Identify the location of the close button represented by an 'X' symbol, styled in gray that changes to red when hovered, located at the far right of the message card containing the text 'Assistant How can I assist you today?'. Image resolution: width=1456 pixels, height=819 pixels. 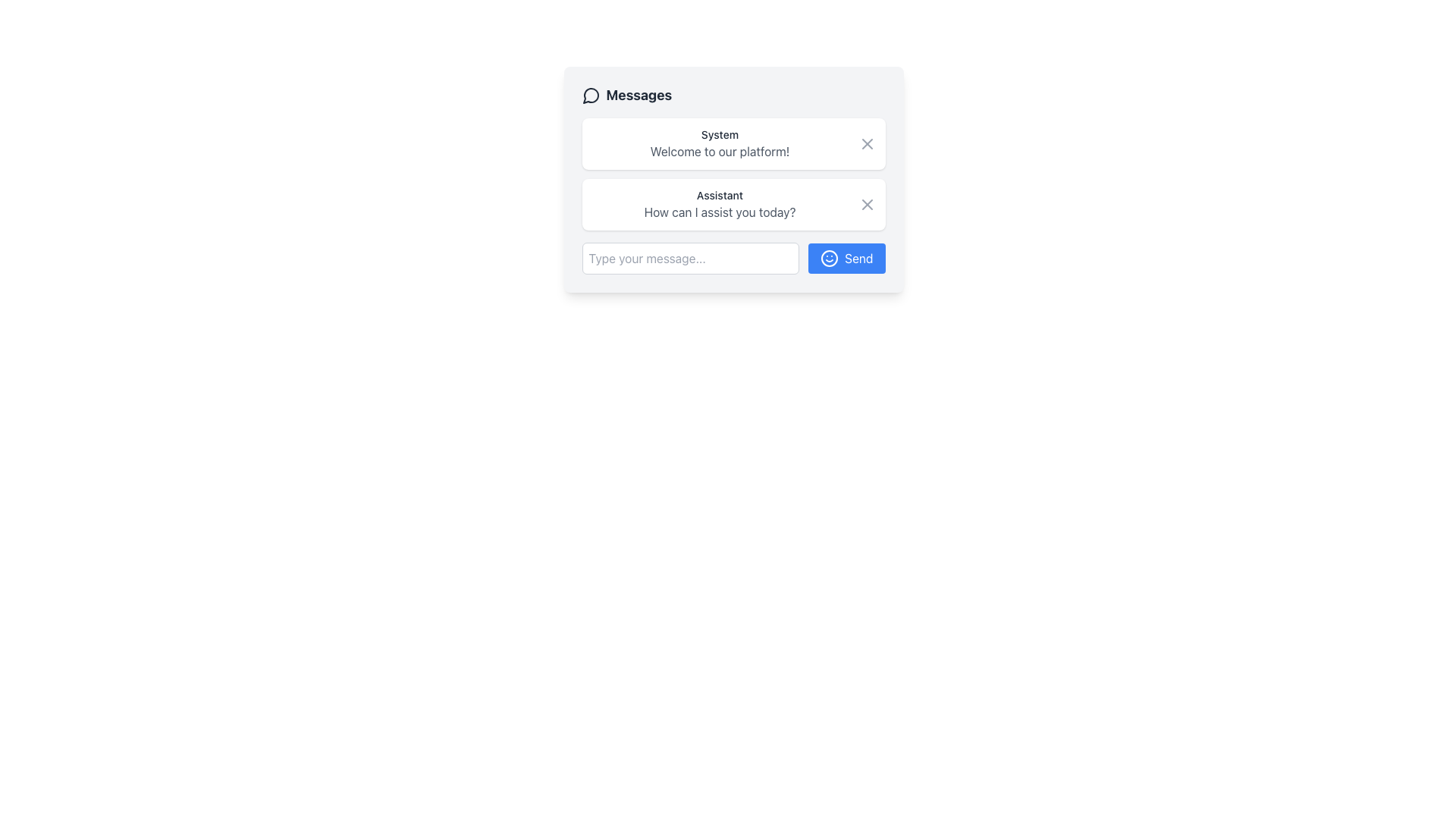
(867, 205).